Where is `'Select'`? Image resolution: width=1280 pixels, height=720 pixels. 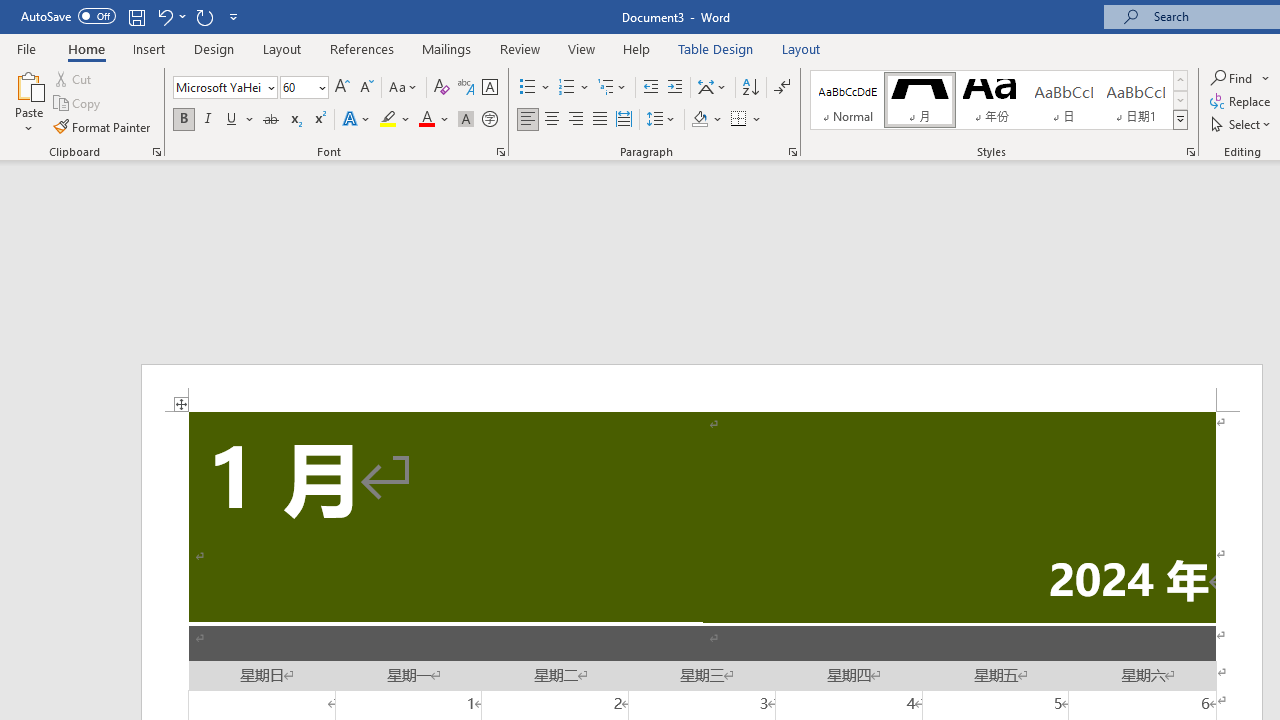 'Select' is located at coordinates (1241, 124).